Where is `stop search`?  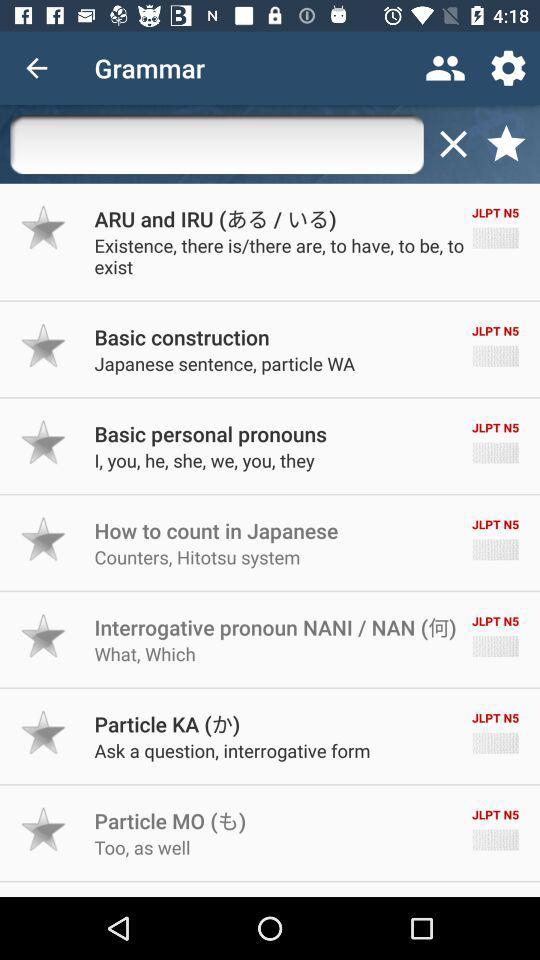 stop search is located at coordinates (453, 143).